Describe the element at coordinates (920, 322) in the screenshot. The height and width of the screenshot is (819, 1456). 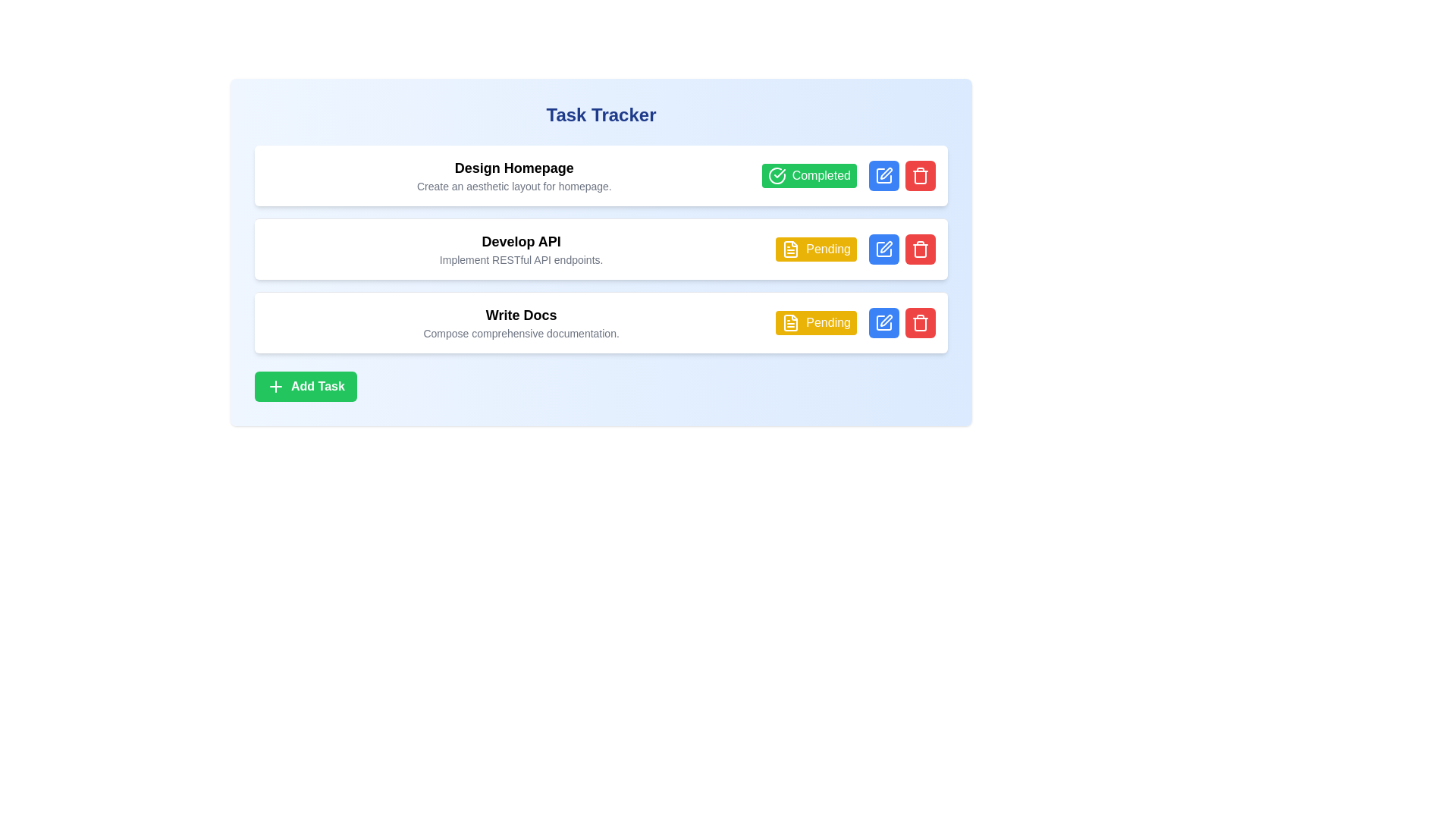
I see `the delete button located to the right of the 'Write Docs' task in the task tracker interface` at that location.